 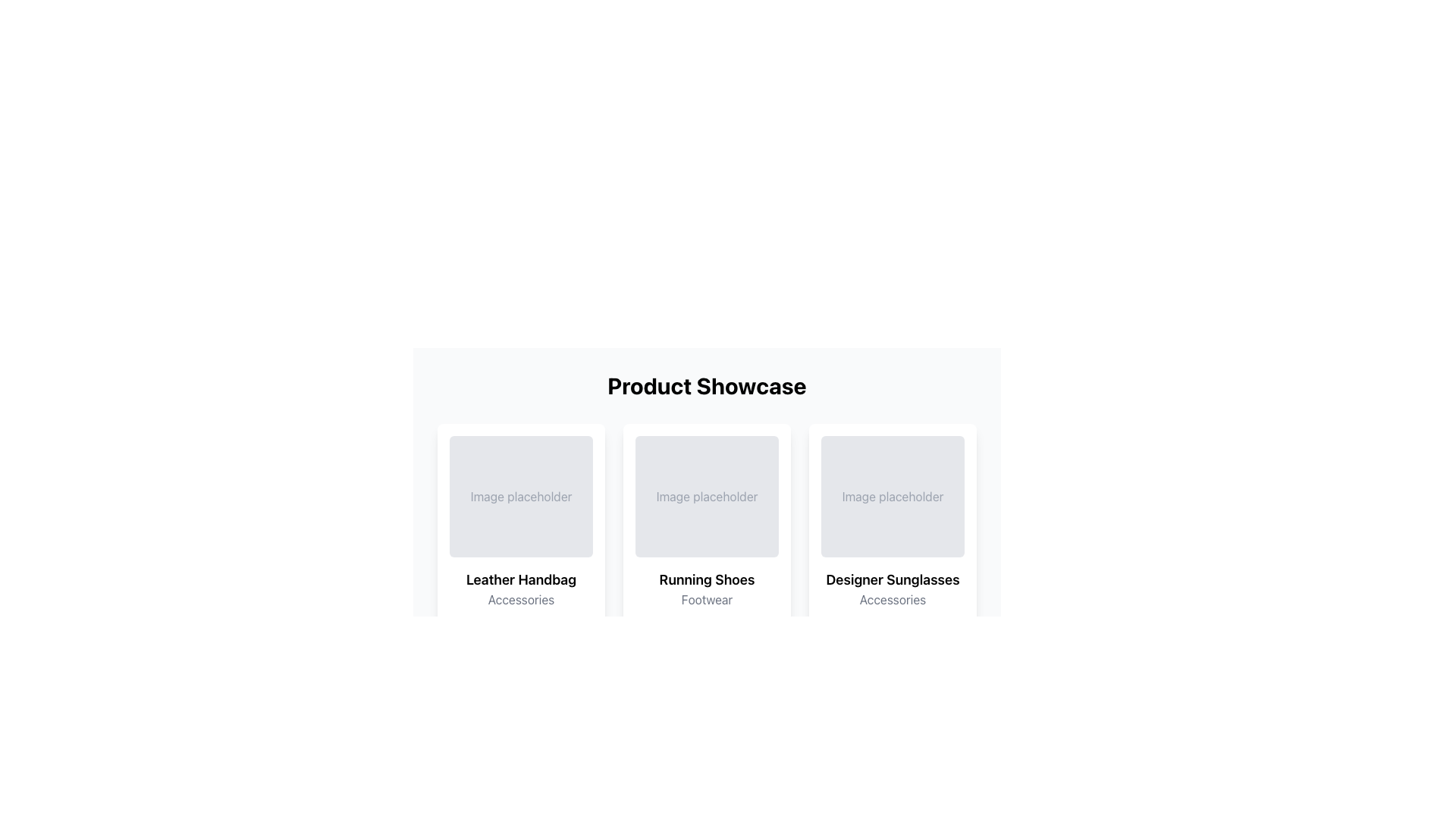 I want to click on the image placeholder located at the top section of the card component above the title 'Leather Handbag' and category 'Accessories', so click(x=521, y=497).